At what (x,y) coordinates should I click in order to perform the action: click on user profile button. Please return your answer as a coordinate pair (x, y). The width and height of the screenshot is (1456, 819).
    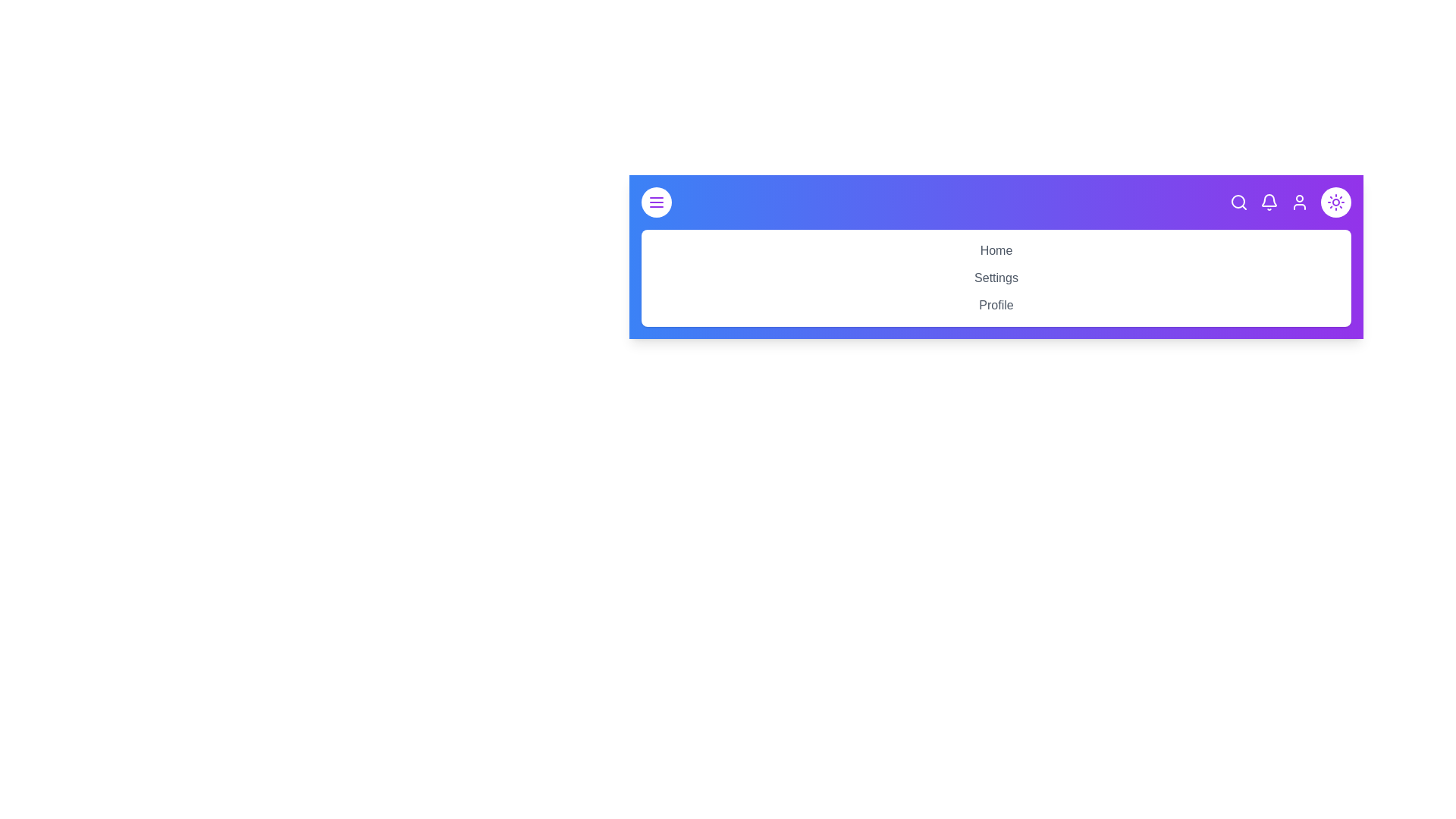
    Looking at the image, I should click on (1298, 201).